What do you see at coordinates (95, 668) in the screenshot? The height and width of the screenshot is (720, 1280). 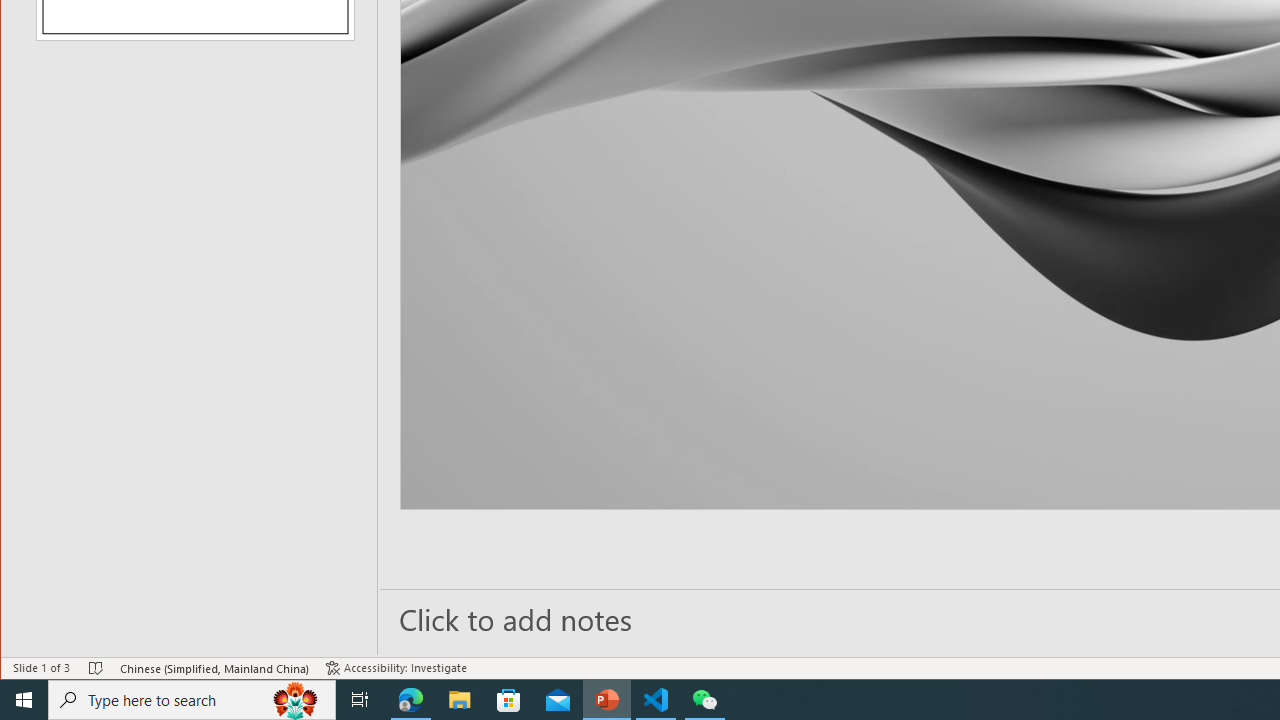 I see `'Spell Check No Errors'` at bounding box center [95, 668].